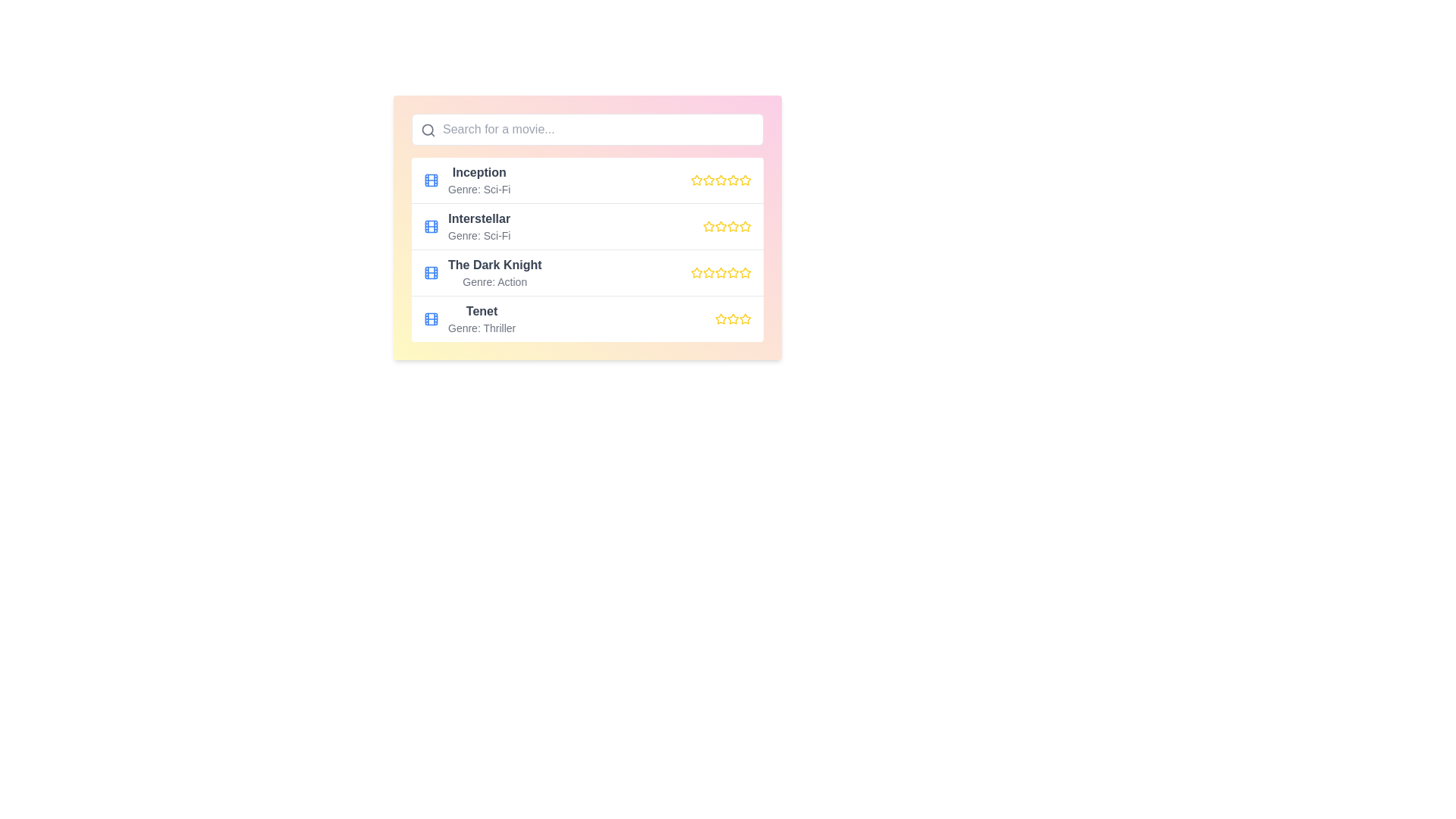 This screenshot has width=1456, height=819. Describe the element at coordinates (733, 271) in the screenshot. I see `the third star icon in the rating input system for 'The Dark Knight'` at that location.